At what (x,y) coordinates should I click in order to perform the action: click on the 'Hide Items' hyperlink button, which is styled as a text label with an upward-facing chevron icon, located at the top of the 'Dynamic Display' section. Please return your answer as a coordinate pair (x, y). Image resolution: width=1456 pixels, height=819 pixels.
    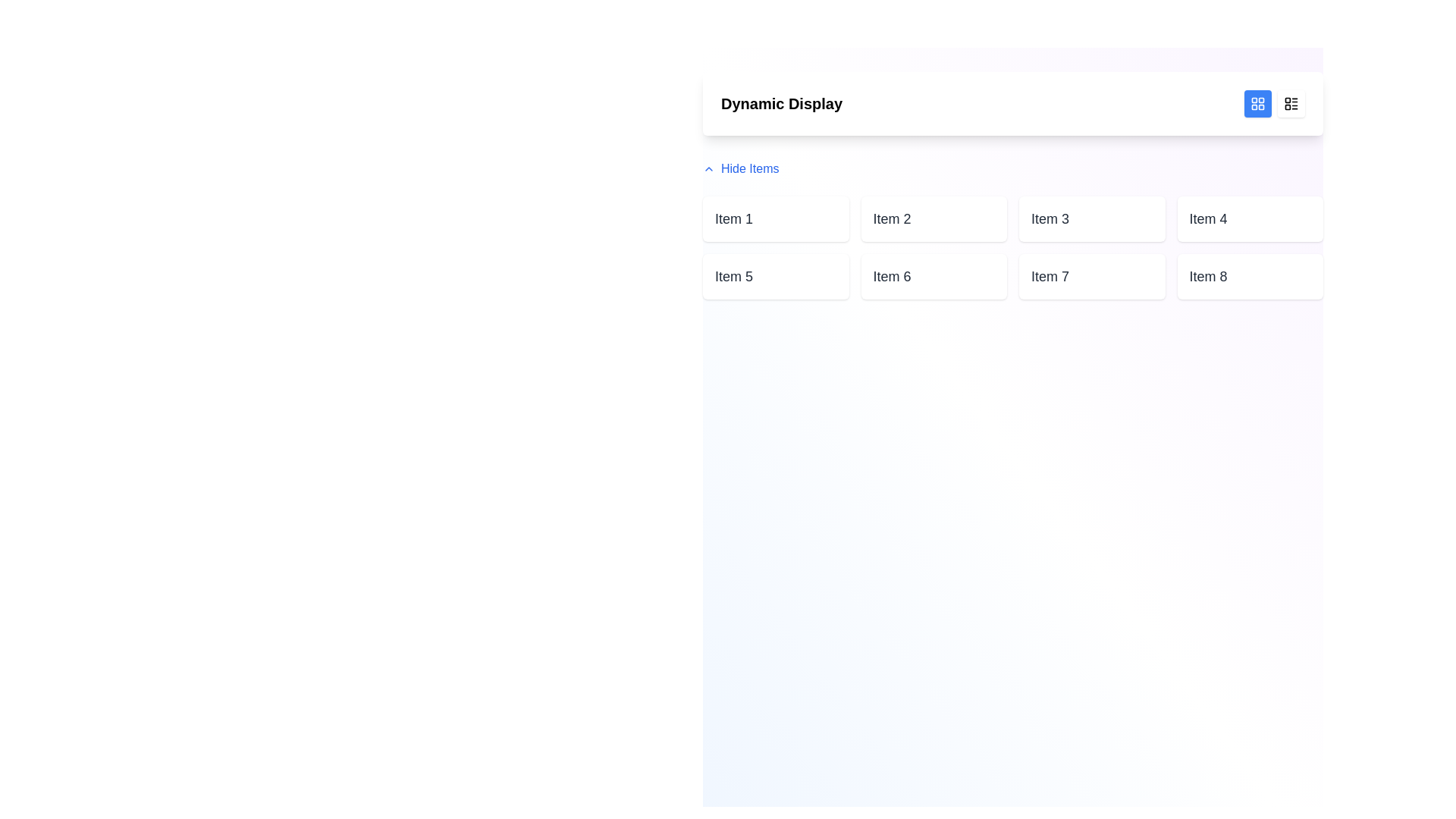
    Looking at the image, I should click on (741, 169).